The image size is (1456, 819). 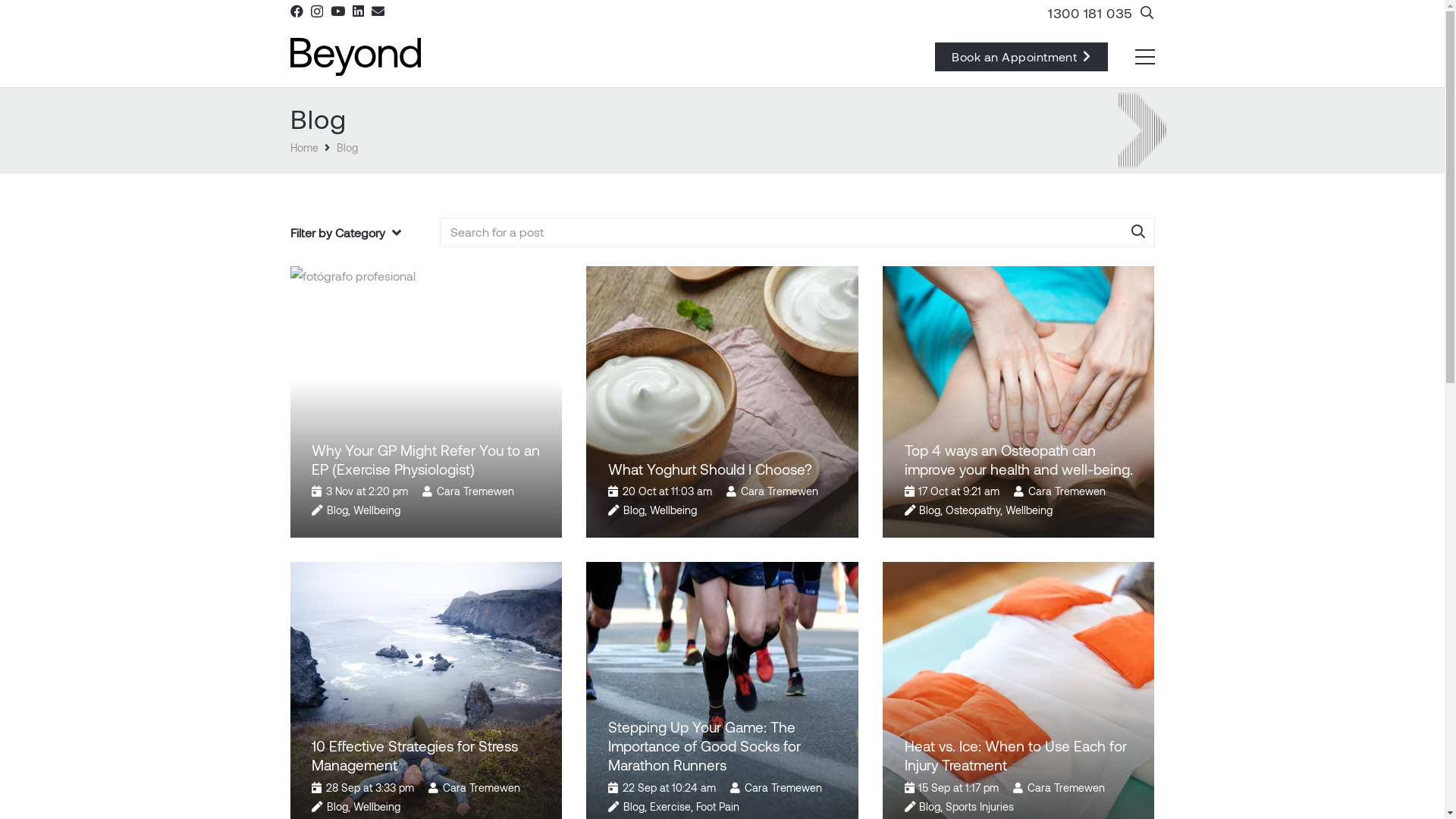 What do you see at coordinates (344, 233) in the screenshot?
I see `'Filter by Category'` at bounding box center [344, 233].